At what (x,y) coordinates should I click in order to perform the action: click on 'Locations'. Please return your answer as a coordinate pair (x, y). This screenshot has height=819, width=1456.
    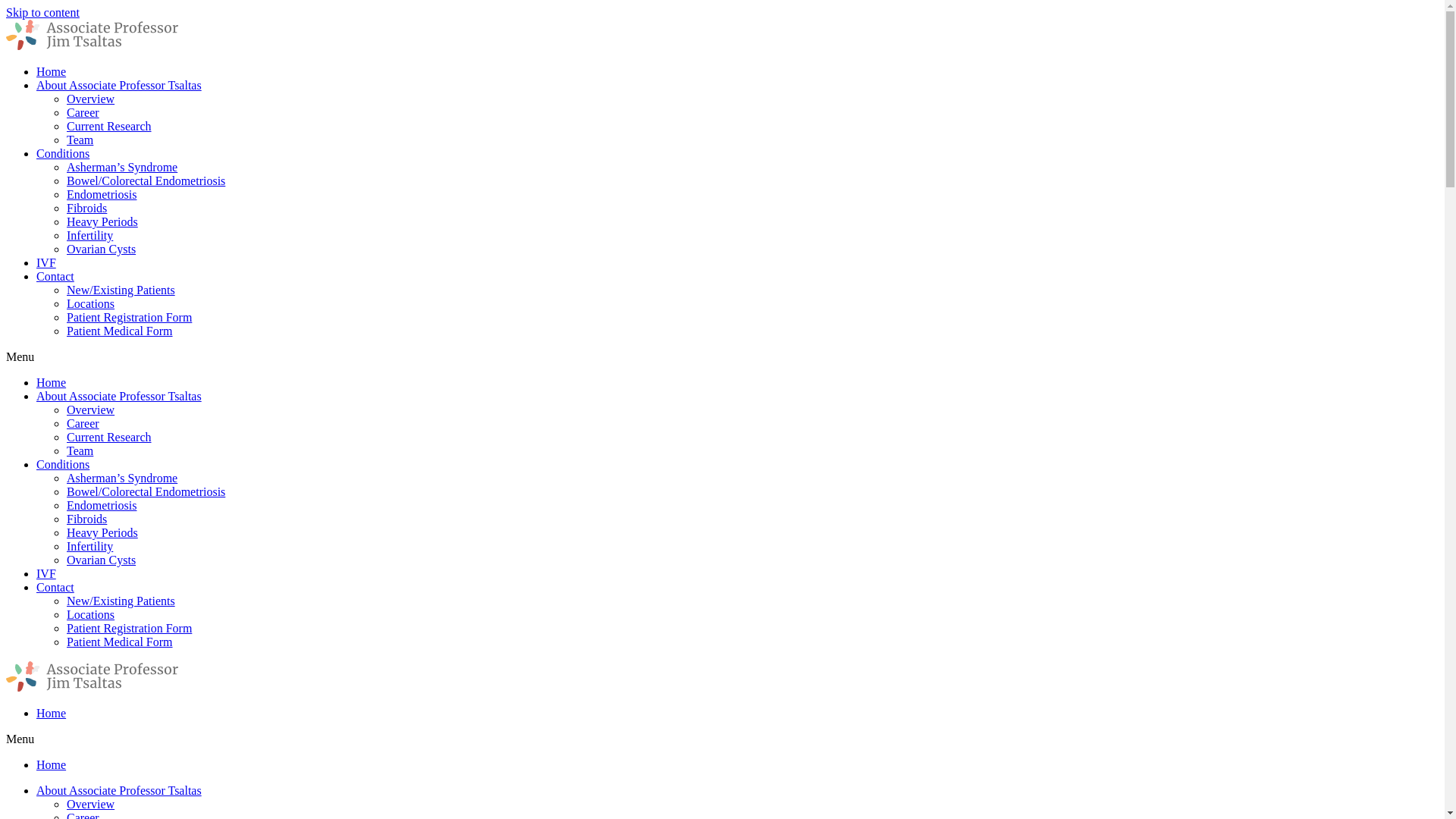
    Looking at the image, I should click on (89, 614).